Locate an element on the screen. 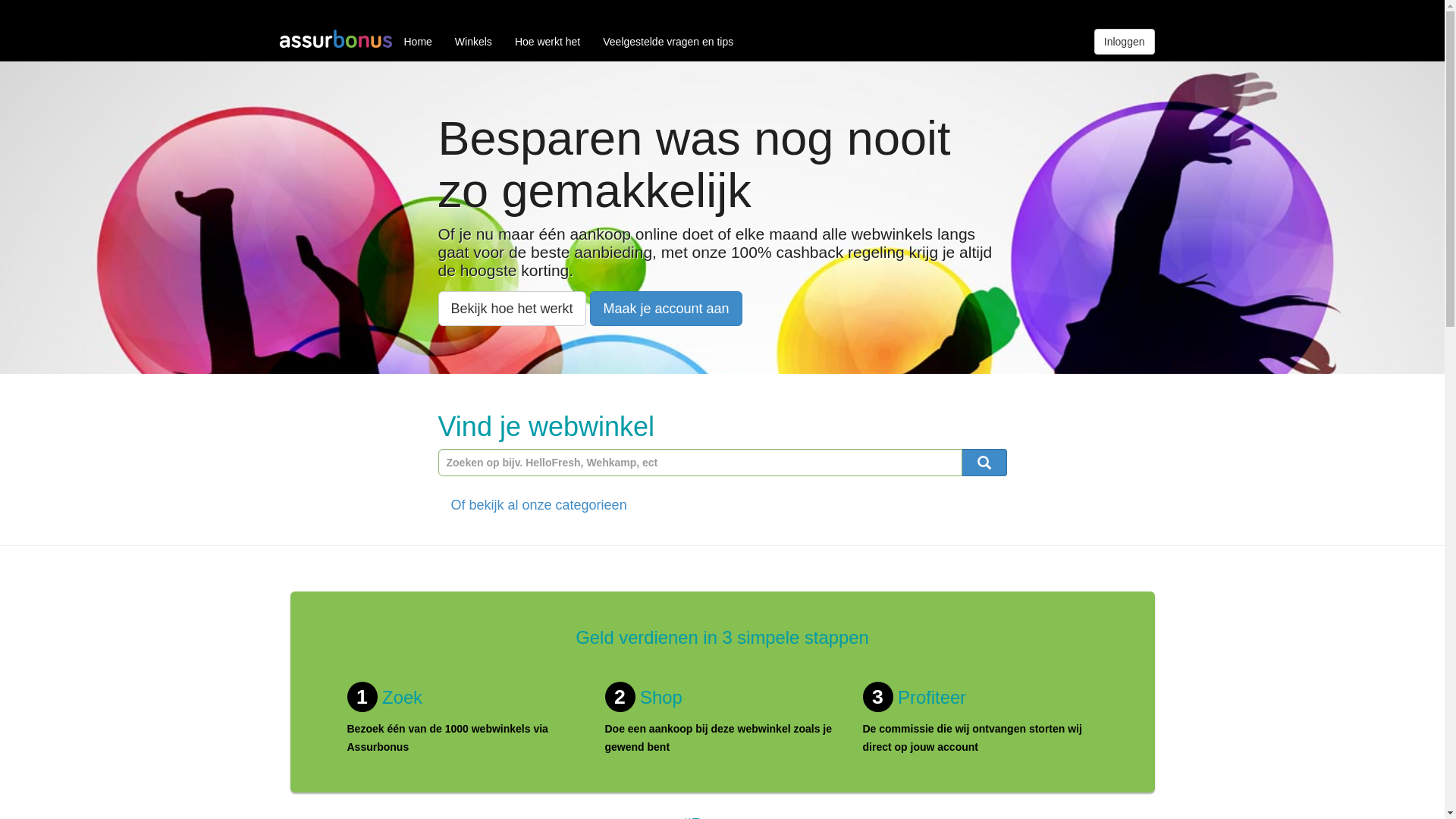 The height and width of the screenshot is (819, 1456). 'Bekijk hoe het werkt' is located at coordinates (512, 308).